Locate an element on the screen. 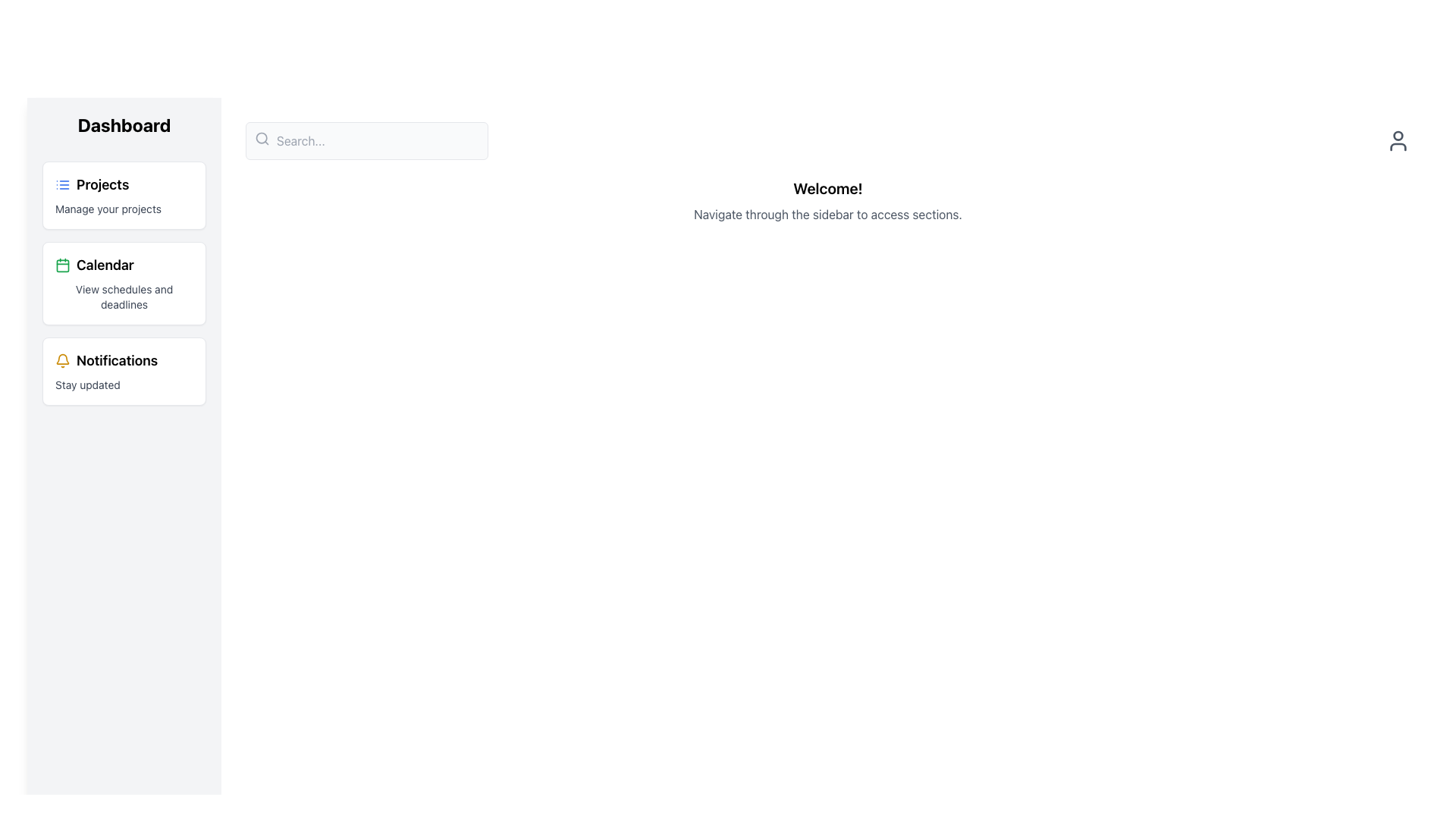 This screenshot has width=1456, height=819. the Text Label that serves as a header for the sidebar, indicating the current section of the interface is located at coordinates (124, 124).